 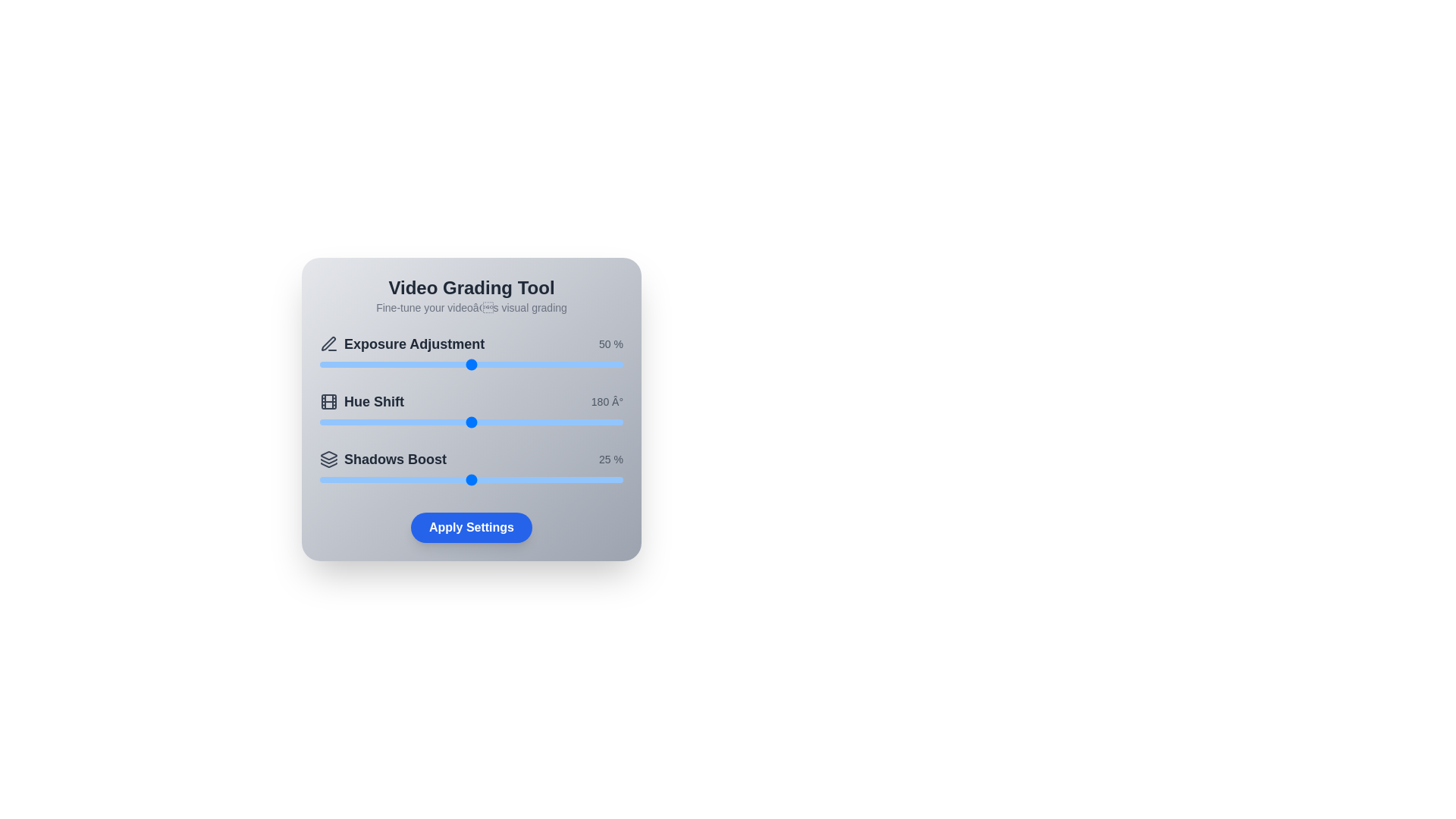 What do you see at coordinates (414, 344) in the screenshot?
I see `the 'Exposure Adjustment' label, which is styled in bold dark gray and positioned at the top of the settings controls in the Video Grading Tool panel` at bounding box center [414, 344].